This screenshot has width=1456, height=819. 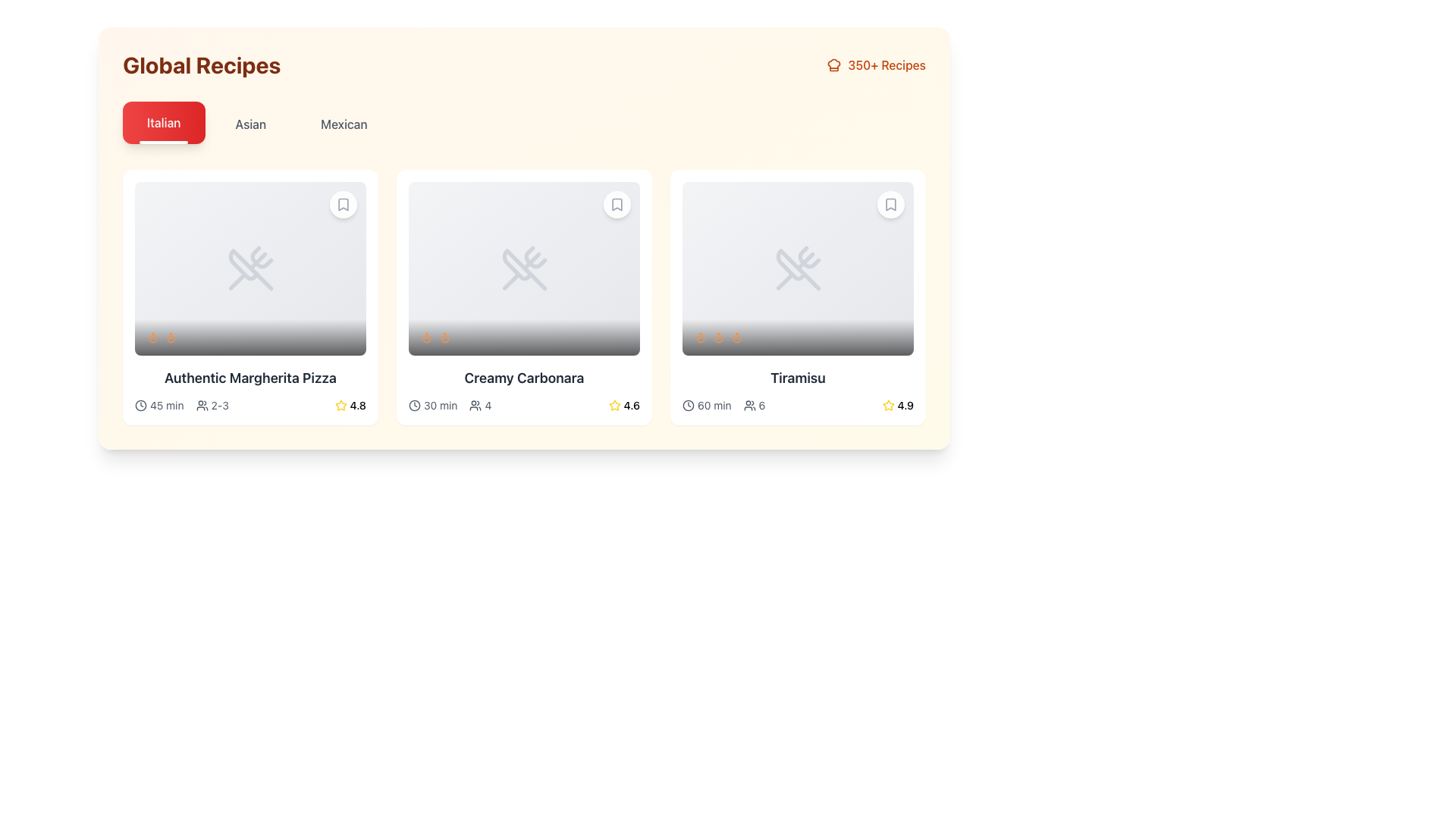 I want to click on informational header element displaying '350+ Recipes' in bold orange font, which is located in the top-right corner of the 'Global Recipes' section, so click(x=876, y=64).